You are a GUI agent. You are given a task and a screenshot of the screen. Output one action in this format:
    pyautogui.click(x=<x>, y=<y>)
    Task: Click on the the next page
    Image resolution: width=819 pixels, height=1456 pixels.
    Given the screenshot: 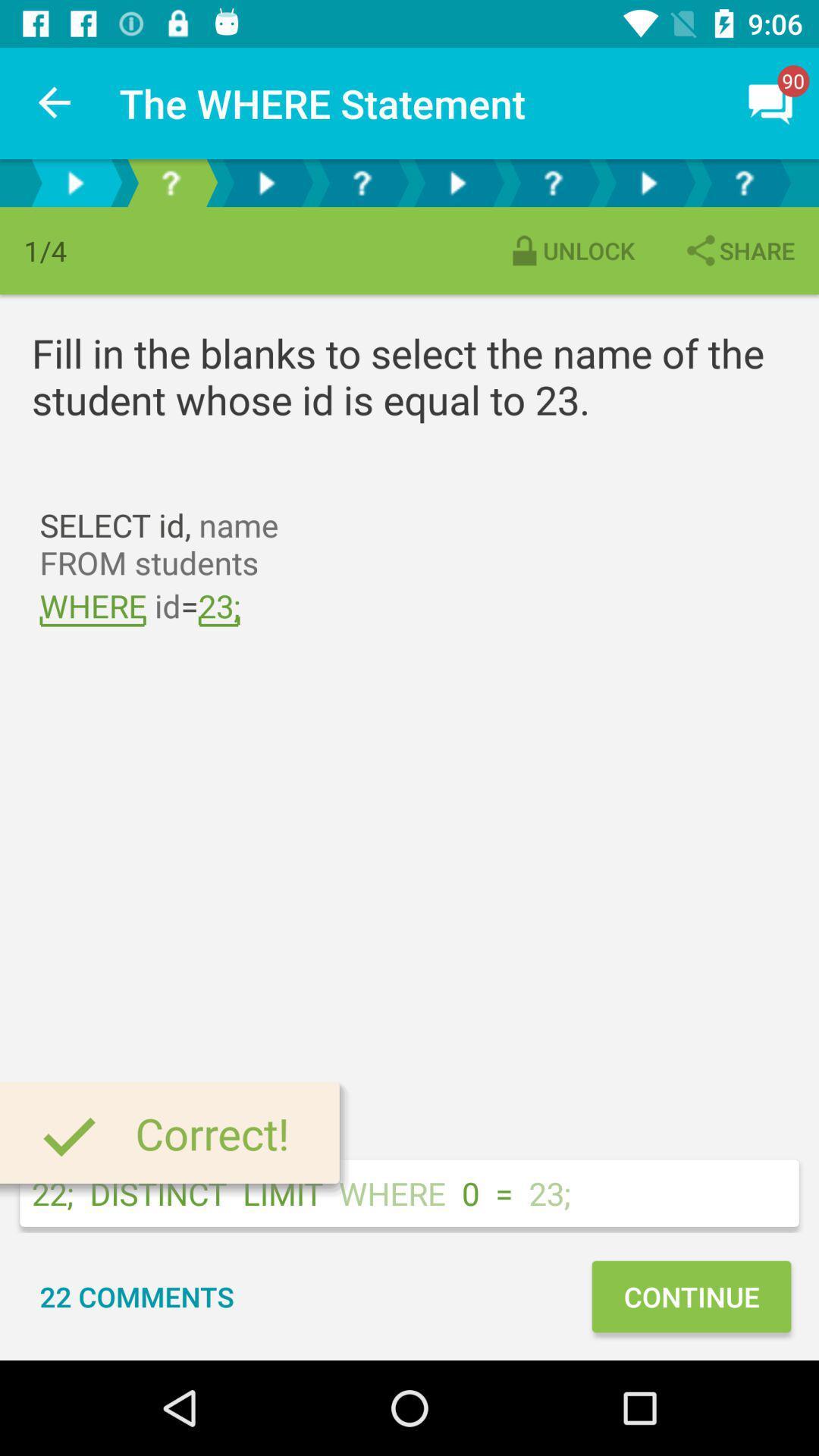 What is the action you would take?
    pyautogui.click(x=265, y=182)
    